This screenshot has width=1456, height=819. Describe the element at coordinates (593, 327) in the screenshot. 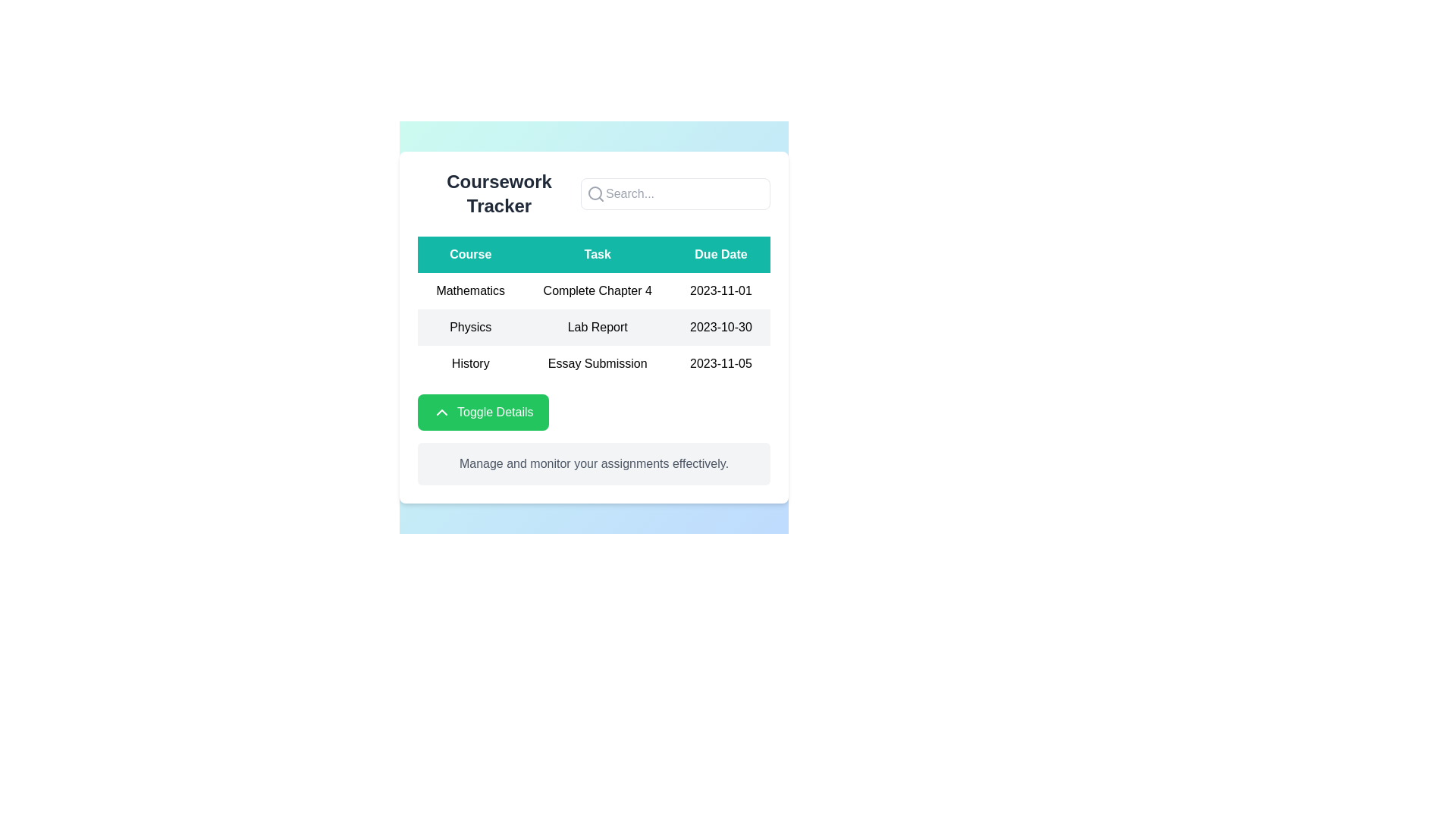

I see `the second row of the table that displays 'Physics', 'Lab Report', and '2023-10-30'` at that location.